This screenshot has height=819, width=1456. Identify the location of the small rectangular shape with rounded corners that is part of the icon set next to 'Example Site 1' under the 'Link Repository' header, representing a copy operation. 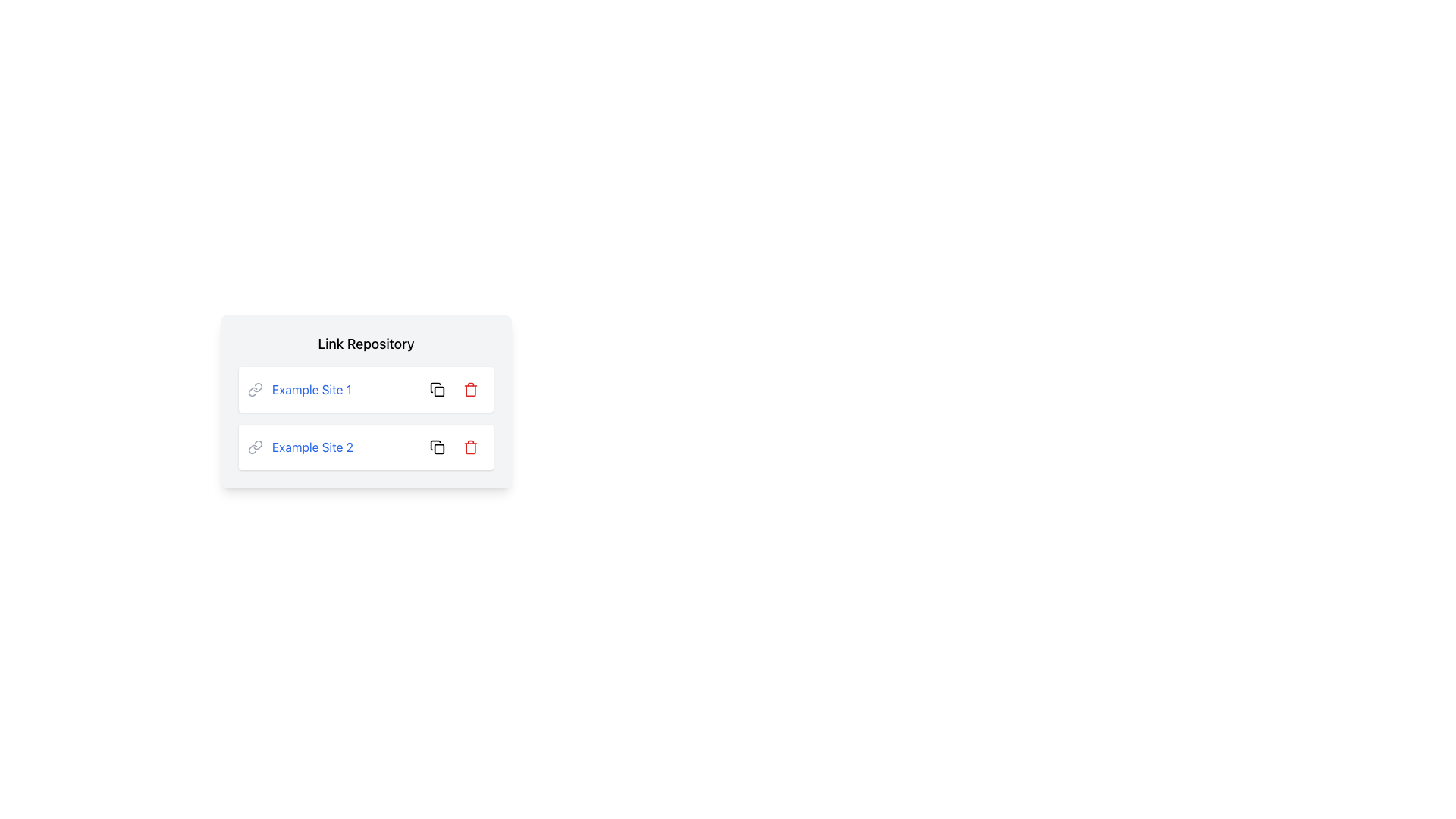
(438, 391).